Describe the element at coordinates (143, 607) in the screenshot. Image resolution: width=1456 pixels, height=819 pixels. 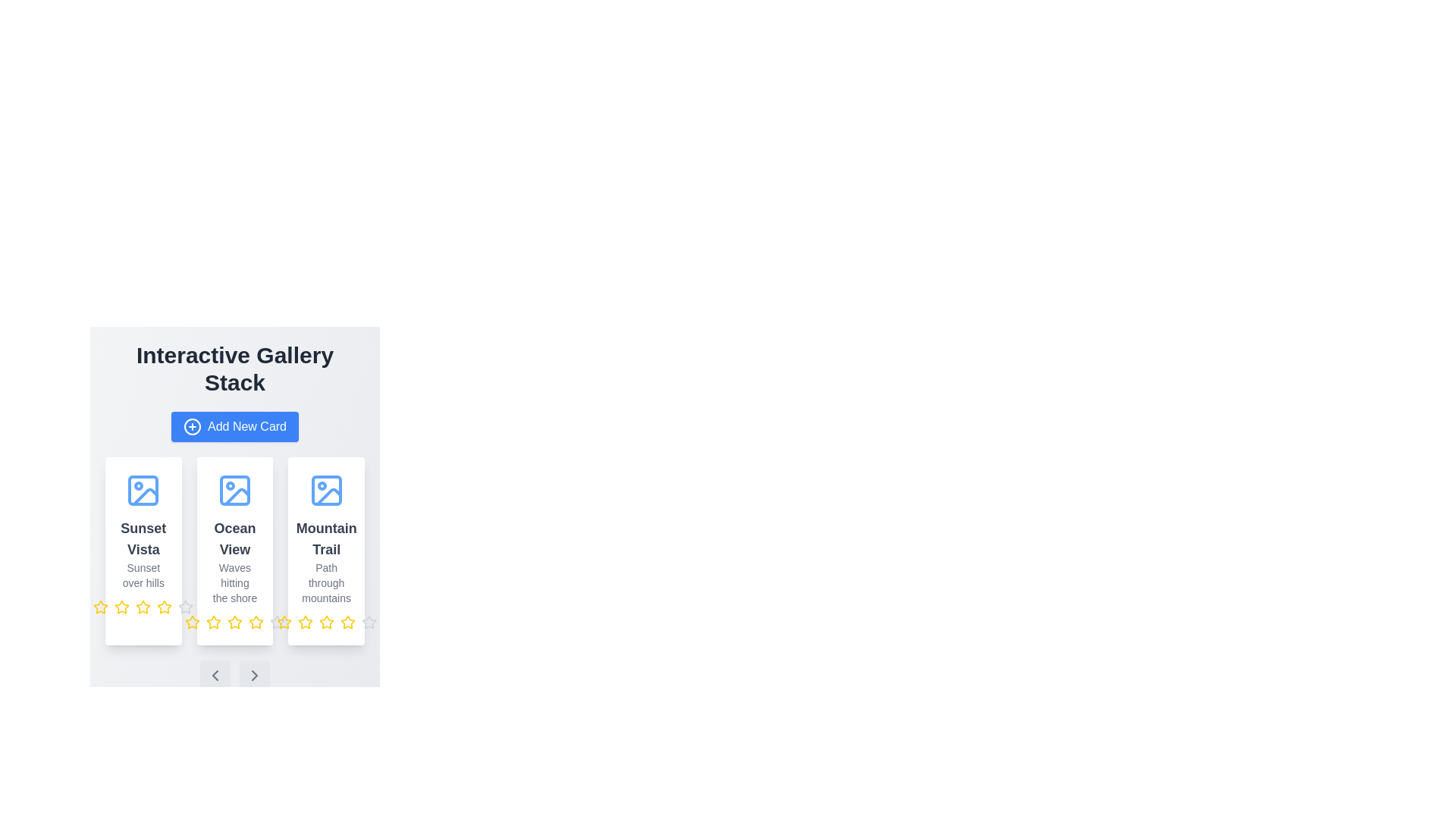
I see `the highlighted yellow star icon, which is the third star in a row of five within the 'Sunset Vista' card` at that location.